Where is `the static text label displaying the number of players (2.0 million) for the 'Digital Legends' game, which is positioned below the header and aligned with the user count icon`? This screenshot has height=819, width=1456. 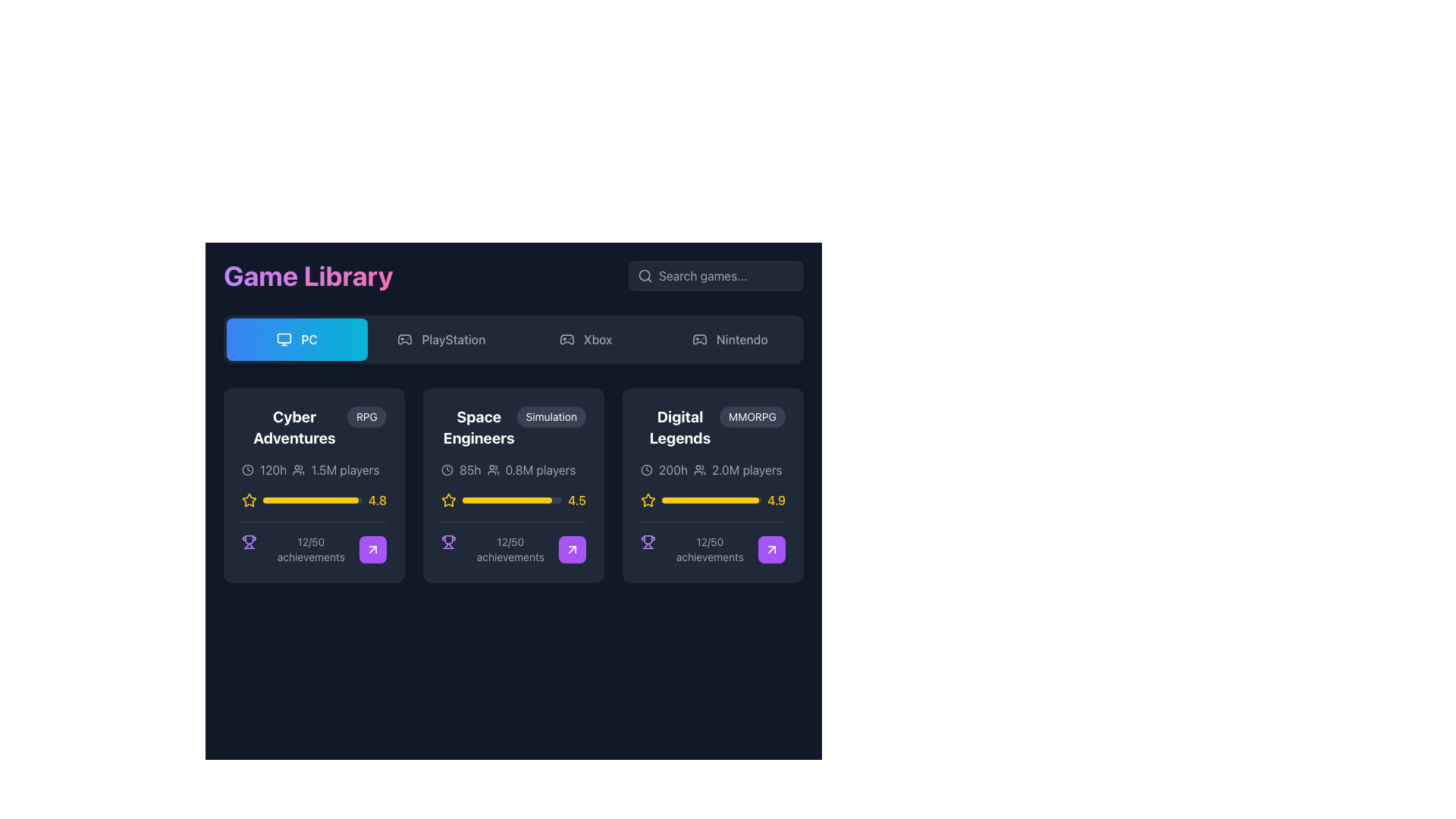
the static text label displaying the number of players (2.0 million) for the 'Digital Legends' game, which is positioned below the header and aligned with the user count icon is located at coordinates (747, 469).